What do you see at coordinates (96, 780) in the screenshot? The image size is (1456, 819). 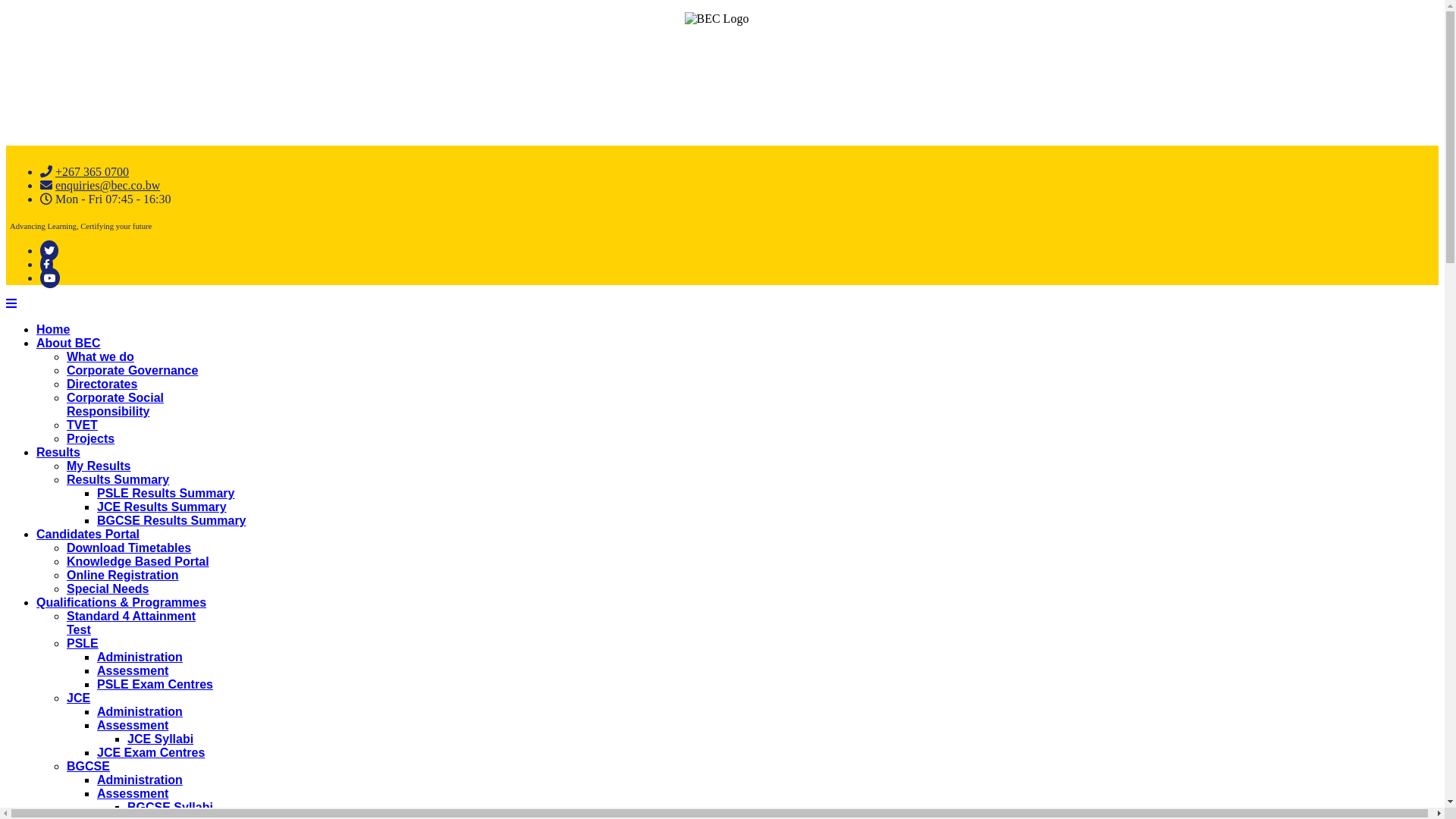 I see `'Administration'` at bounding box center [96, 780].